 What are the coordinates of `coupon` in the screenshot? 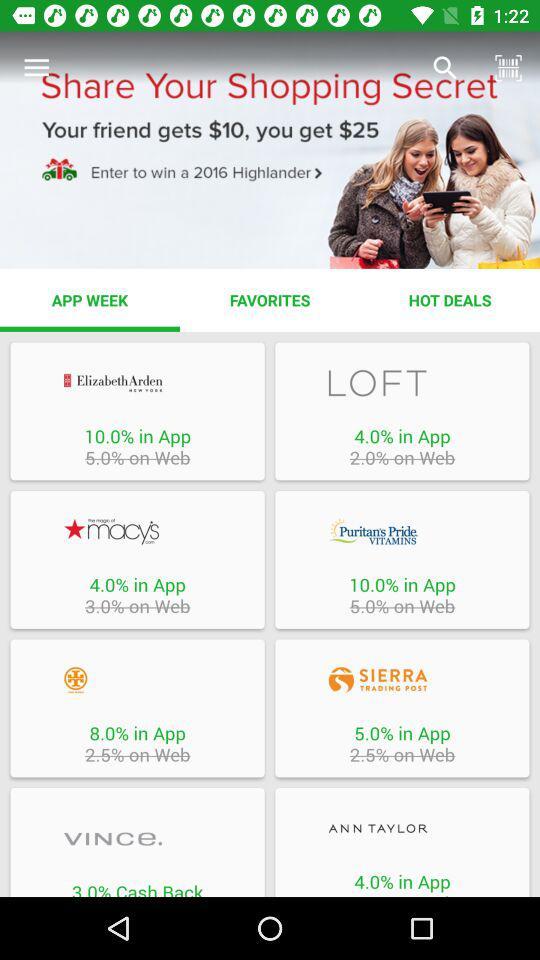 It's located at (402, 382).